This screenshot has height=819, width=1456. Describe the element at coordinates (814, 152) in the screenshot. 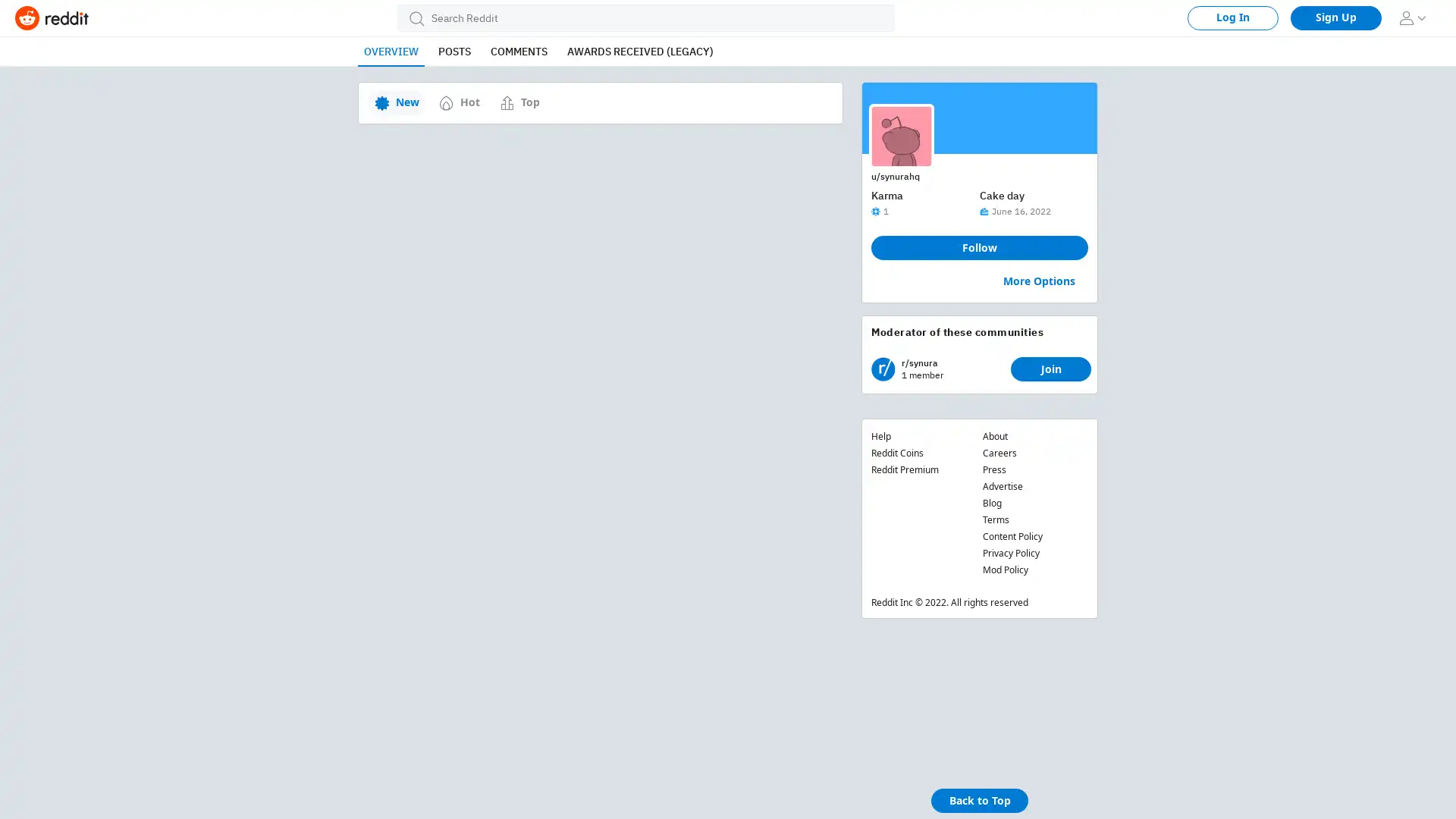

I see `Join` at that location.